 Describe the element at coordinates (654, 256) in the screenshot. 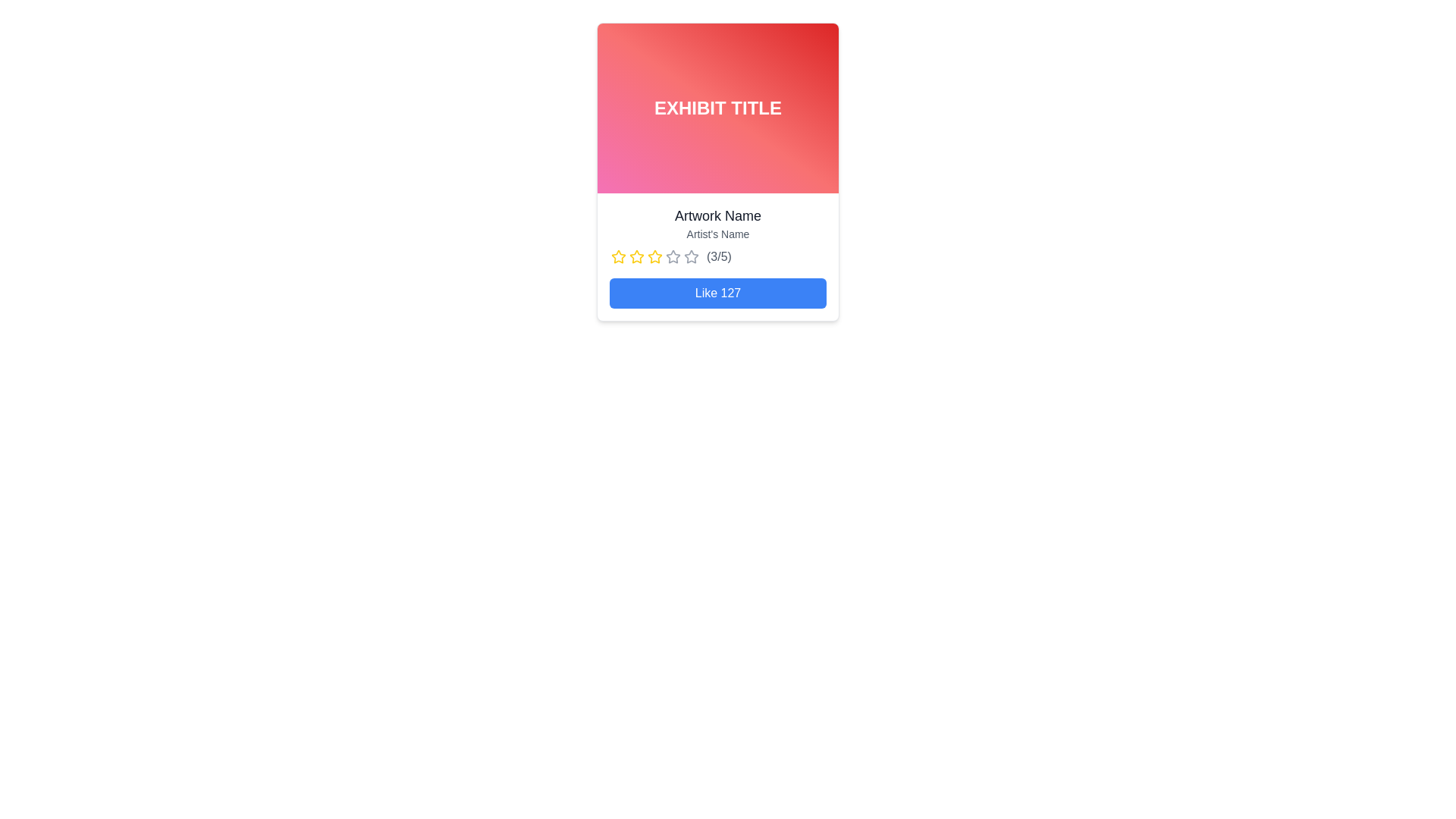

I see `the third five-pointed star icon with a yellow border and white fill, located under 'Artwork Name, Artist’s Name' and to the left of '(3/5)'` at that location.